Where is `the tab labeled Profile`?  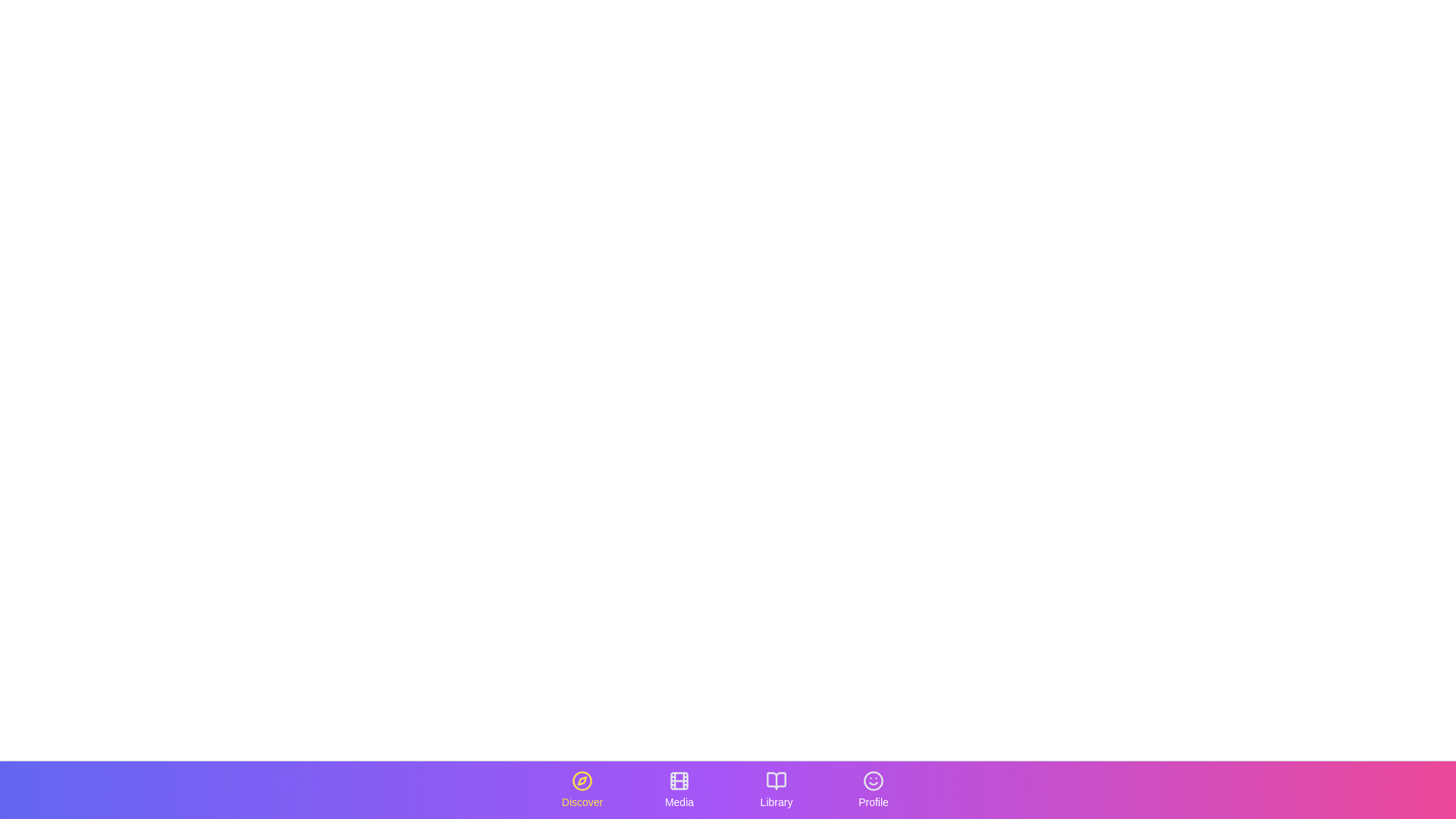 the tab labeled Profile is located at coordinates (874, 789).